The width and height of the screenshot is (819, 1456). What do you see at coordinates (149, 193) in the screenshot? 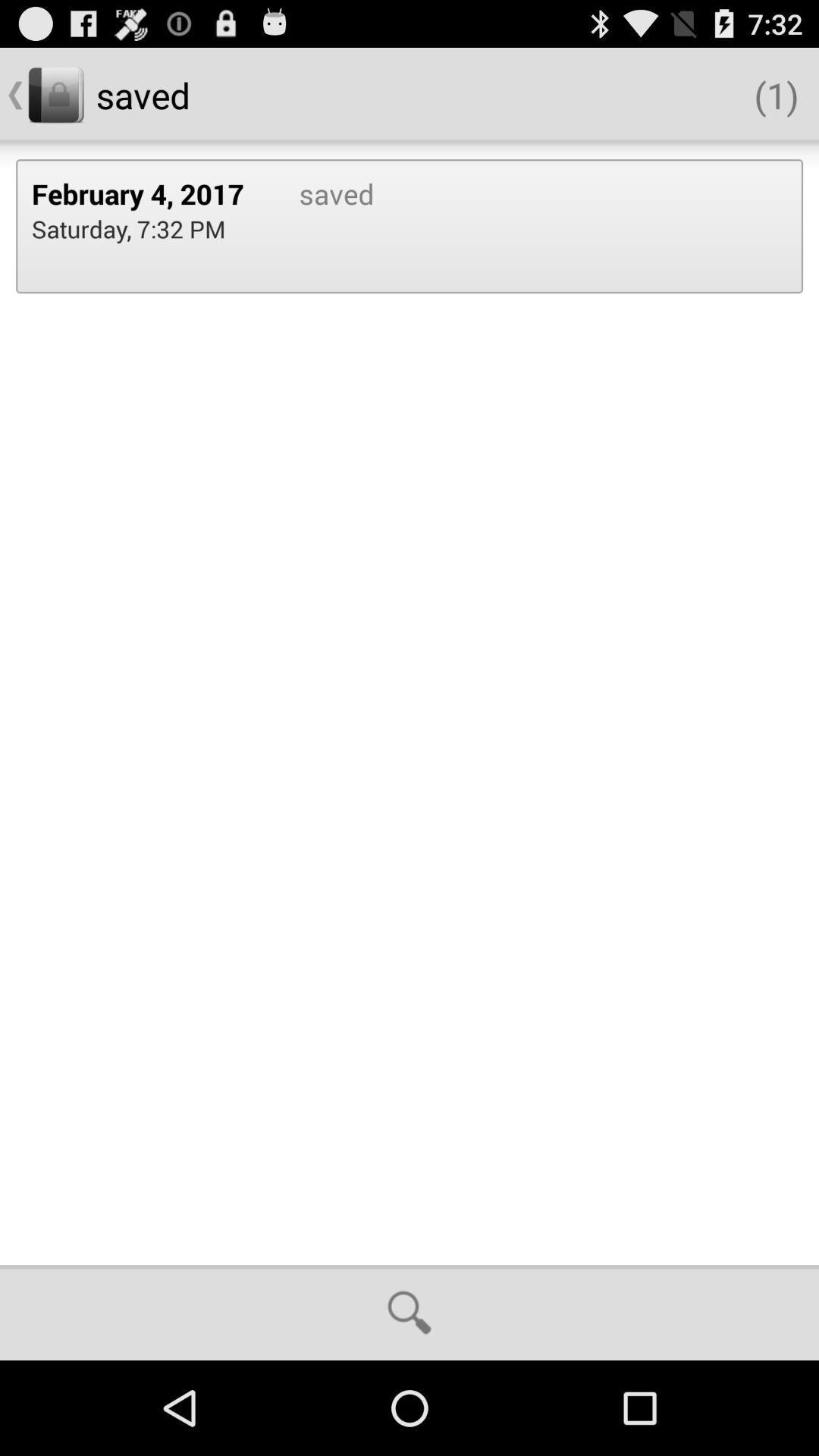
I see `the february 4, 2017 item` at bounding box center [149, 193].